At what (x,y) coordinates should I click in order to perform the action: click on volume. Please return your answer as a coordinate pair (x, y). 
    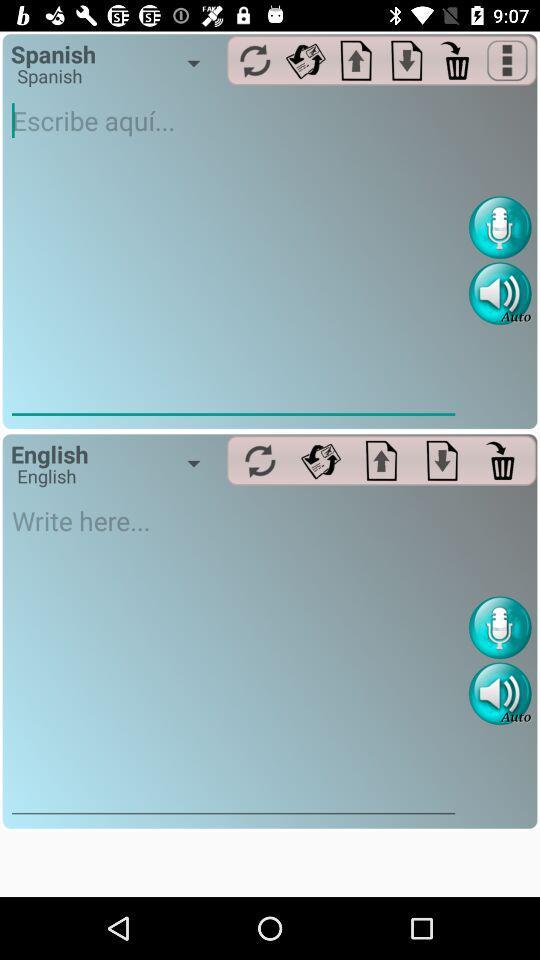
    Looking at the image, I should click on (499, 292).